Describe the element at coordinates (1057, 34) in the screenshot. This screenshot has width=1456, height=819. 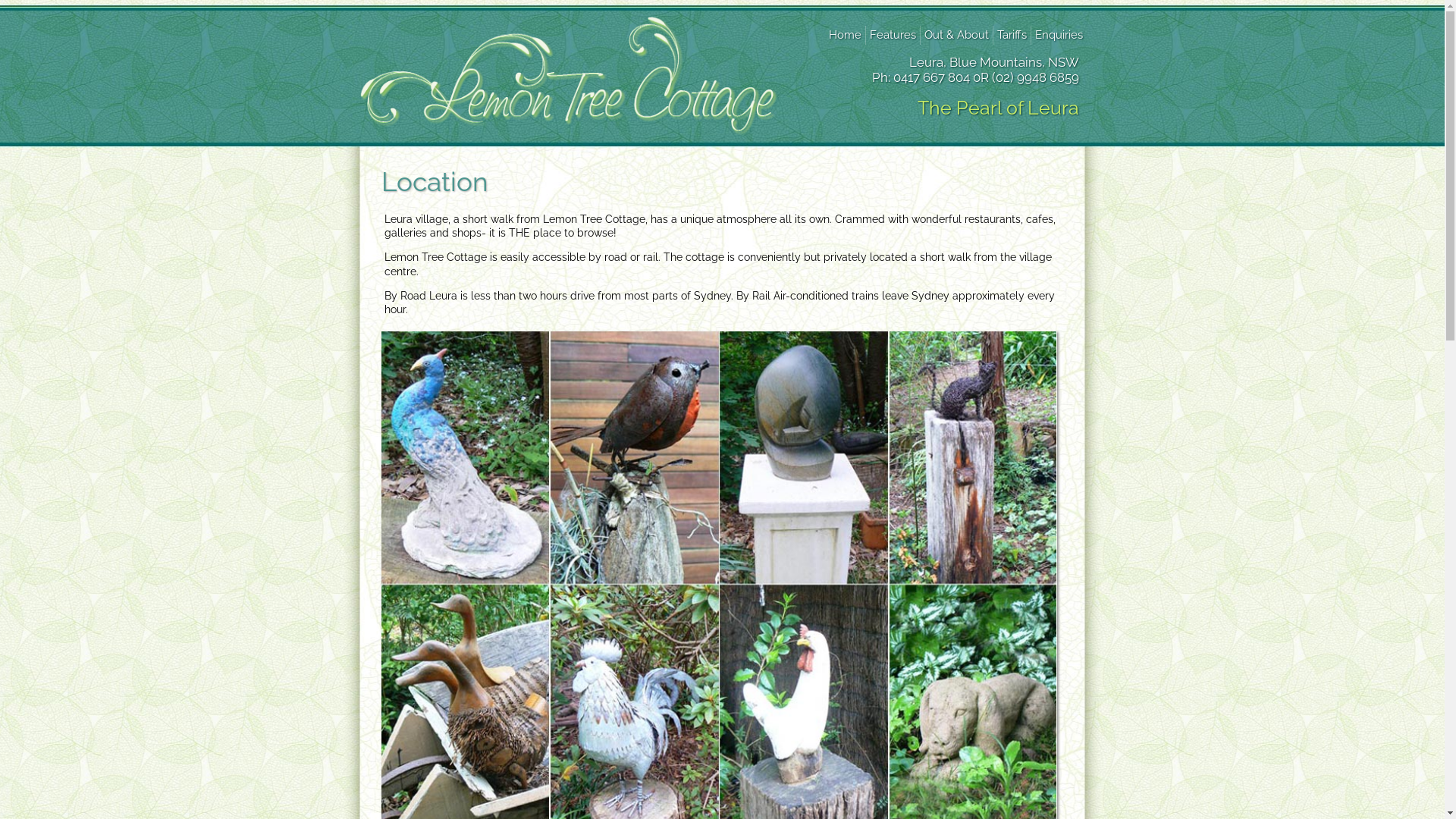
I see `'Enquiries'` at that location.